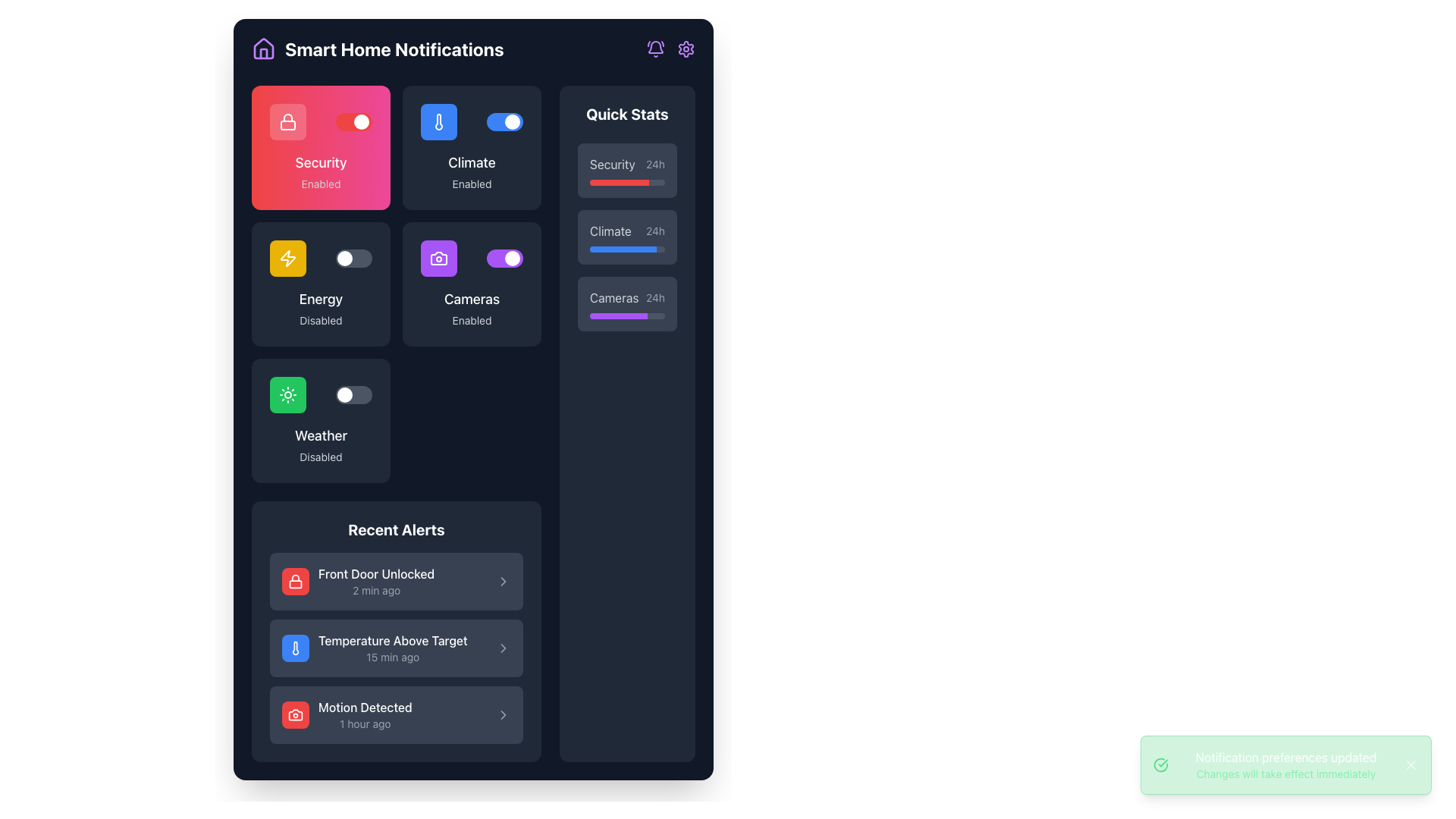  What do you see at coordinates (287, 257) in the screenshot?
I see `the lightning bolt icon in the rounded yellow square located in the first column, second row of the grid in the 'Smart Home Notifications' interface` at bounding box center [287, 257].